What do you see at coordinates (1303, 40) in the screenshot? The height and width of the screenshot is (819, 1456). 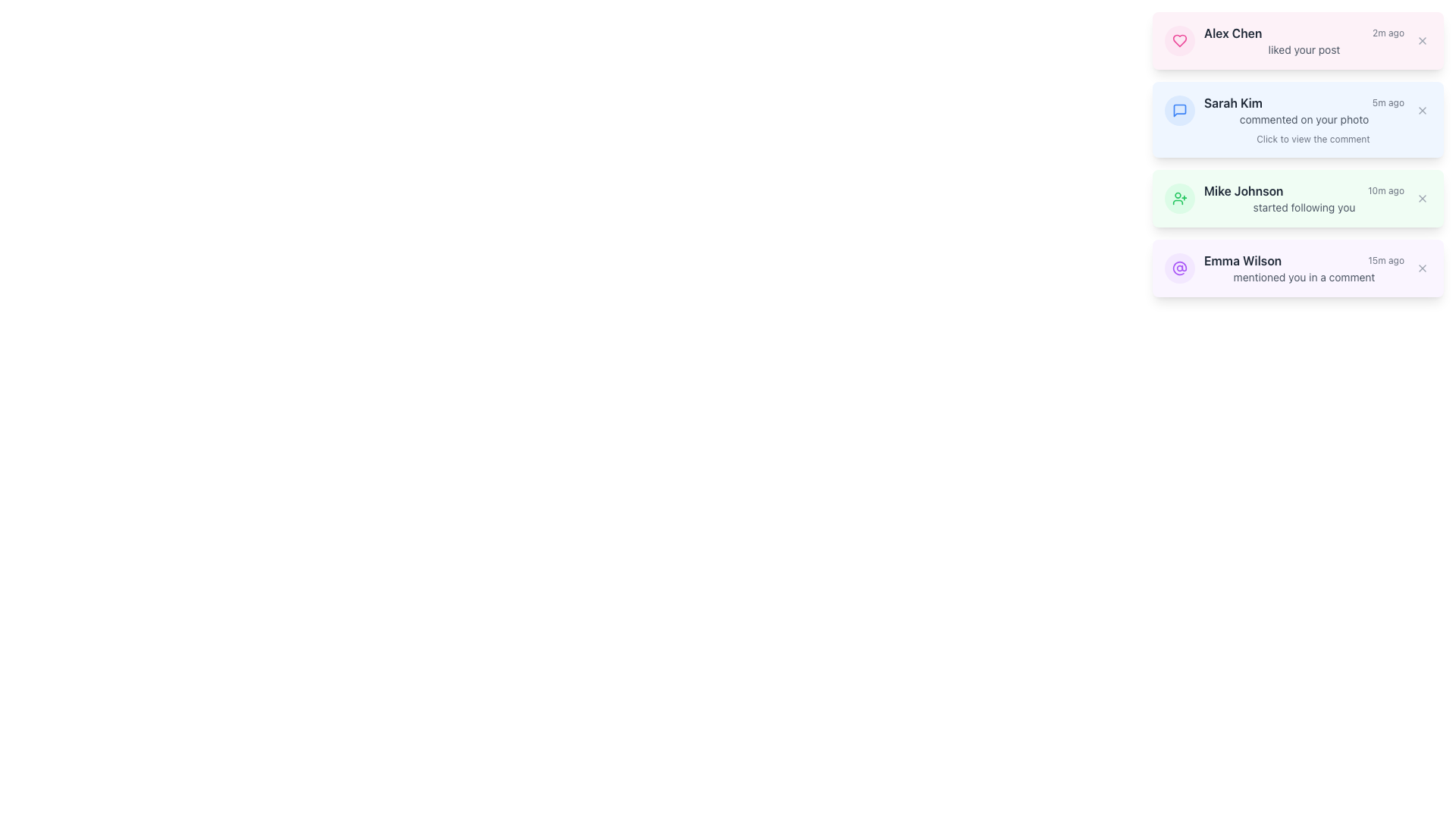 I see `the Notification item displaying 'Alex Chen liked your post' with a light pink background, positioned at the top of the notifications list` at bounding box center [1303, 40].